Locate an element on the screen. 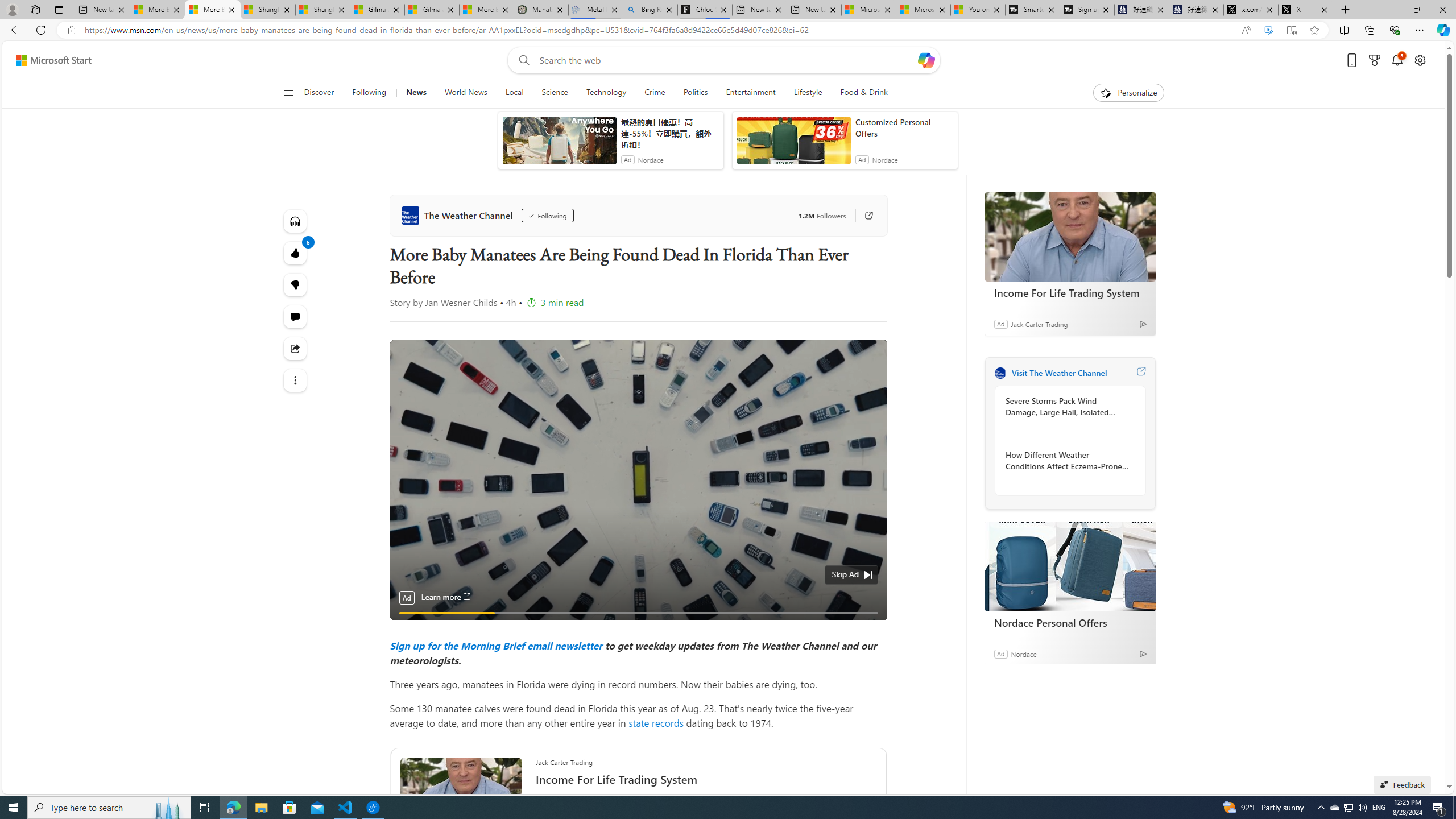 The image size is (1456, 819). 'Visit The Weather Channel website' is located at coordinates (1140, 372).